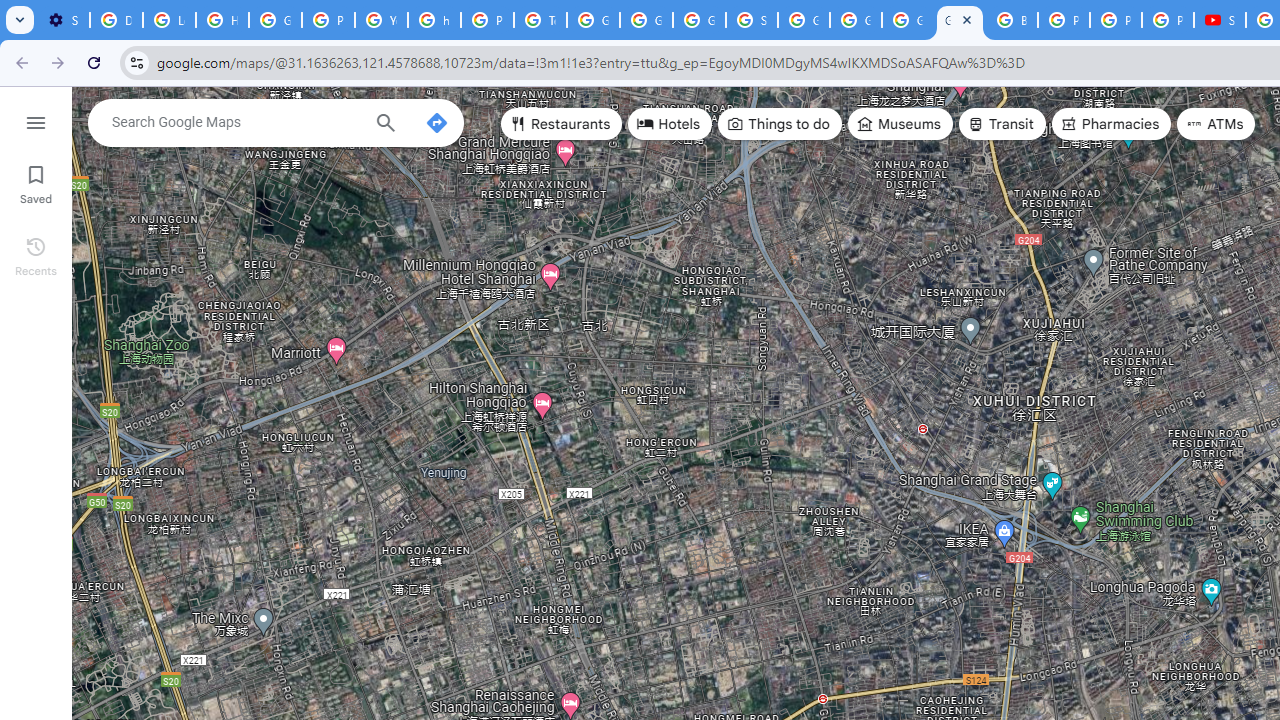  What do you see at coordinates (1063, 20) in the screenshot?
I see `'Privacy Help Center - Policies Help'` at bounding box center [1063, 20].